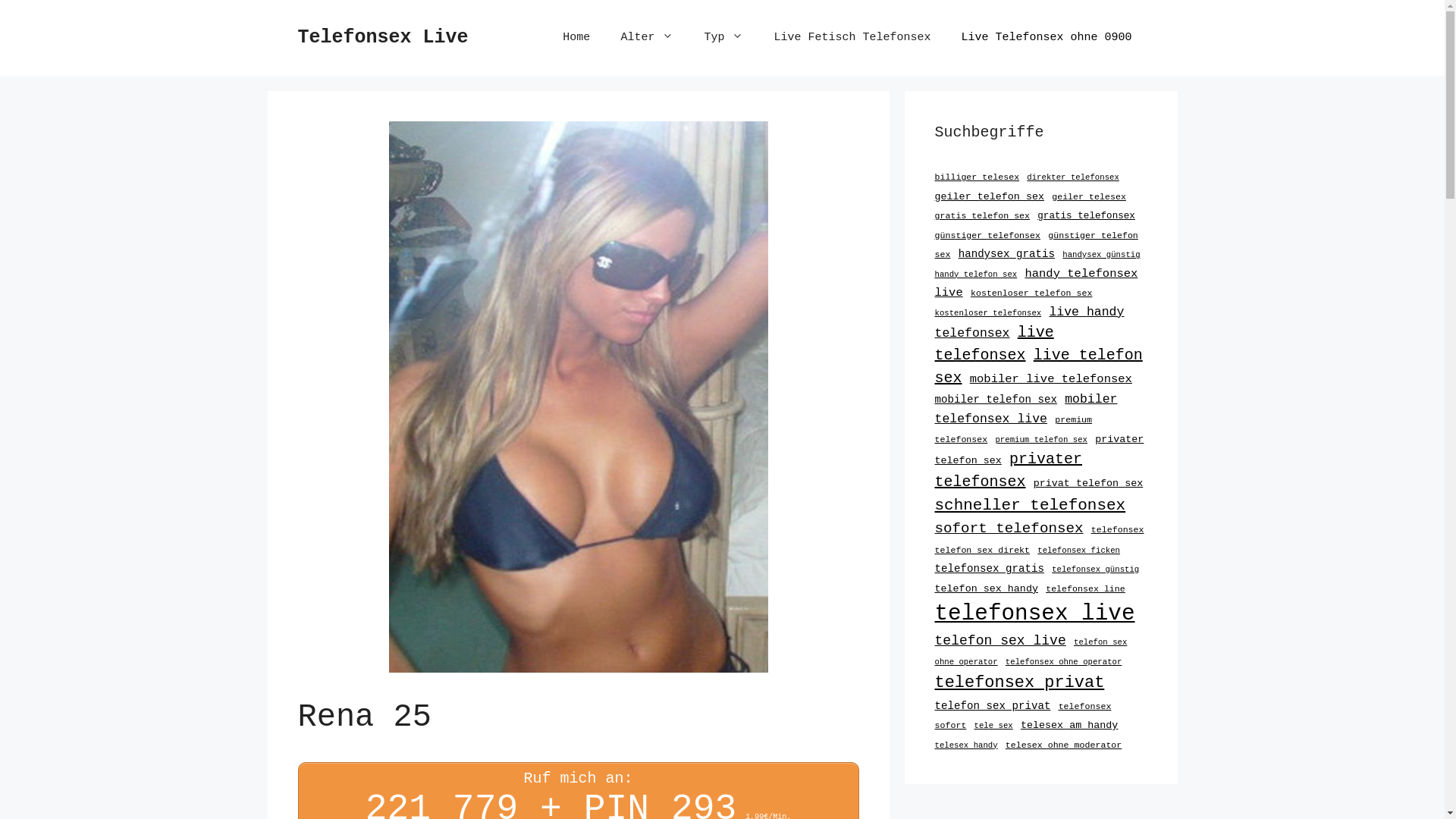  What do you see at coordinates (993, 724) in the screenshot?
I see `'tele sex'` at bounding box center [993, 724].